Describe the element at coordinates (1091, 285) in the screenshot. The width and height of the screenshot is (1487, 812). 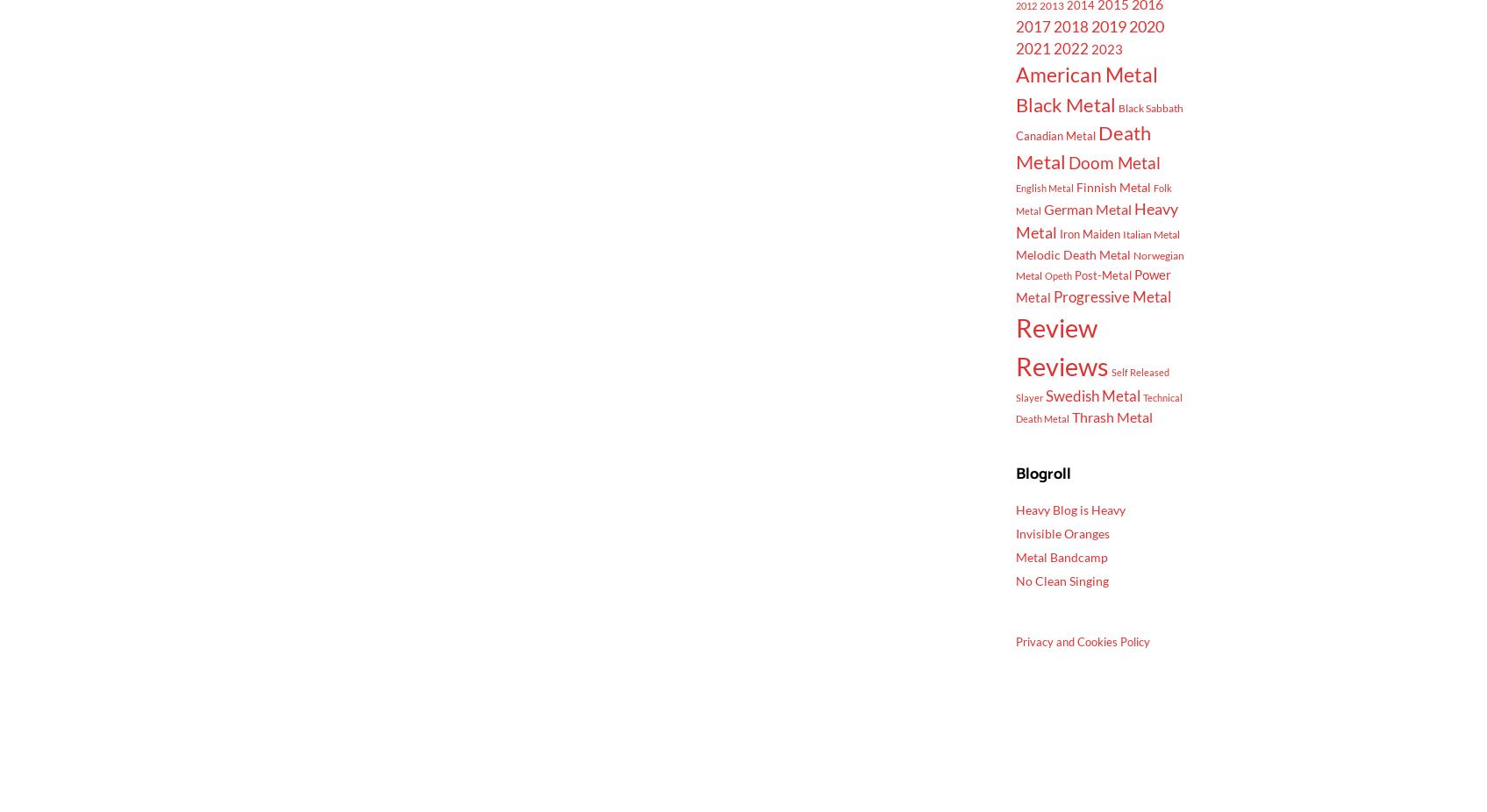
I see `'Power Metal'` at that location.